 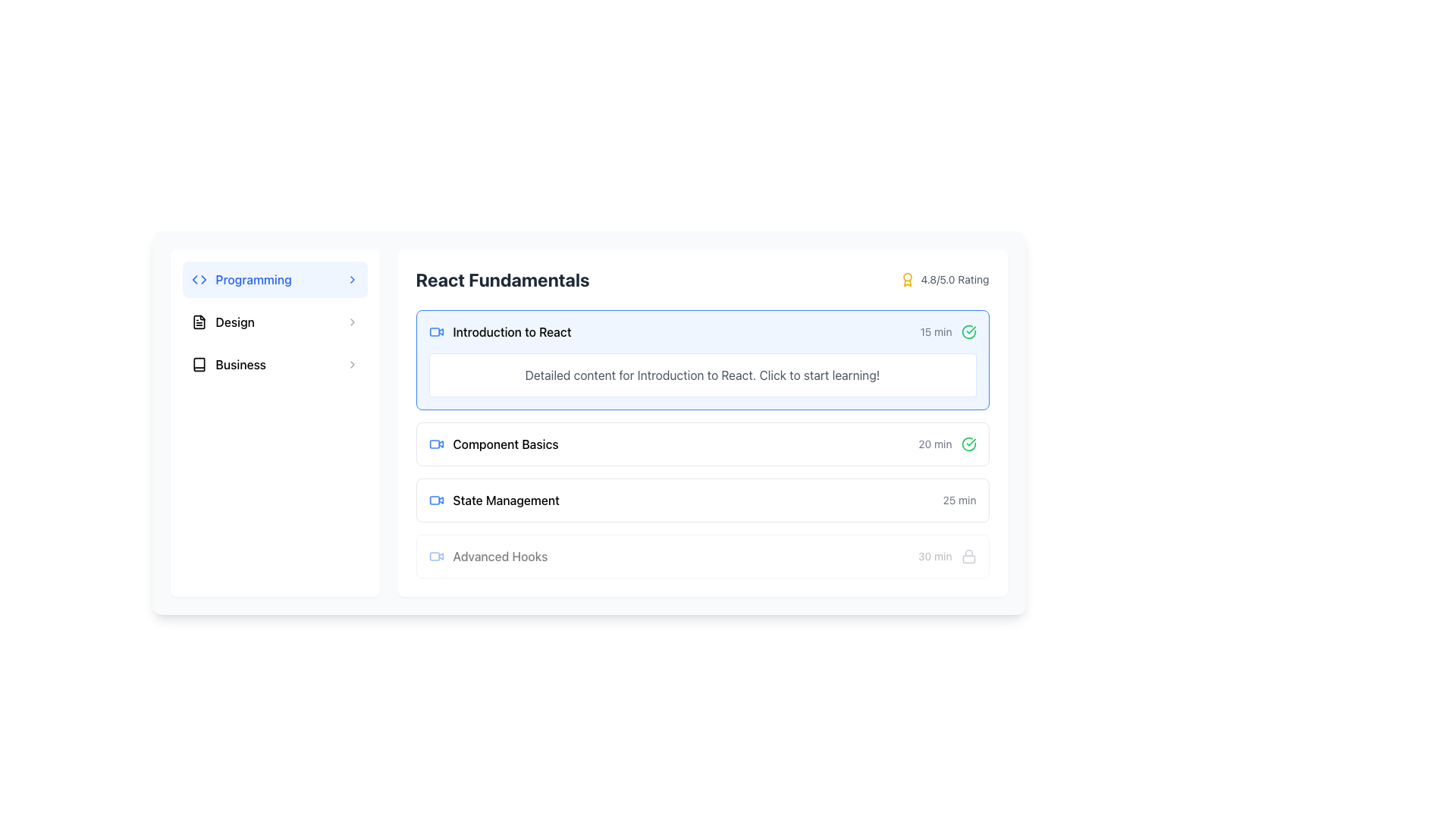 I want to click on the SVG icon indicating the 'Business' option, which is located on the far-right of the option row, serving as a visual cue for navigation, so click(x=351, y=365).